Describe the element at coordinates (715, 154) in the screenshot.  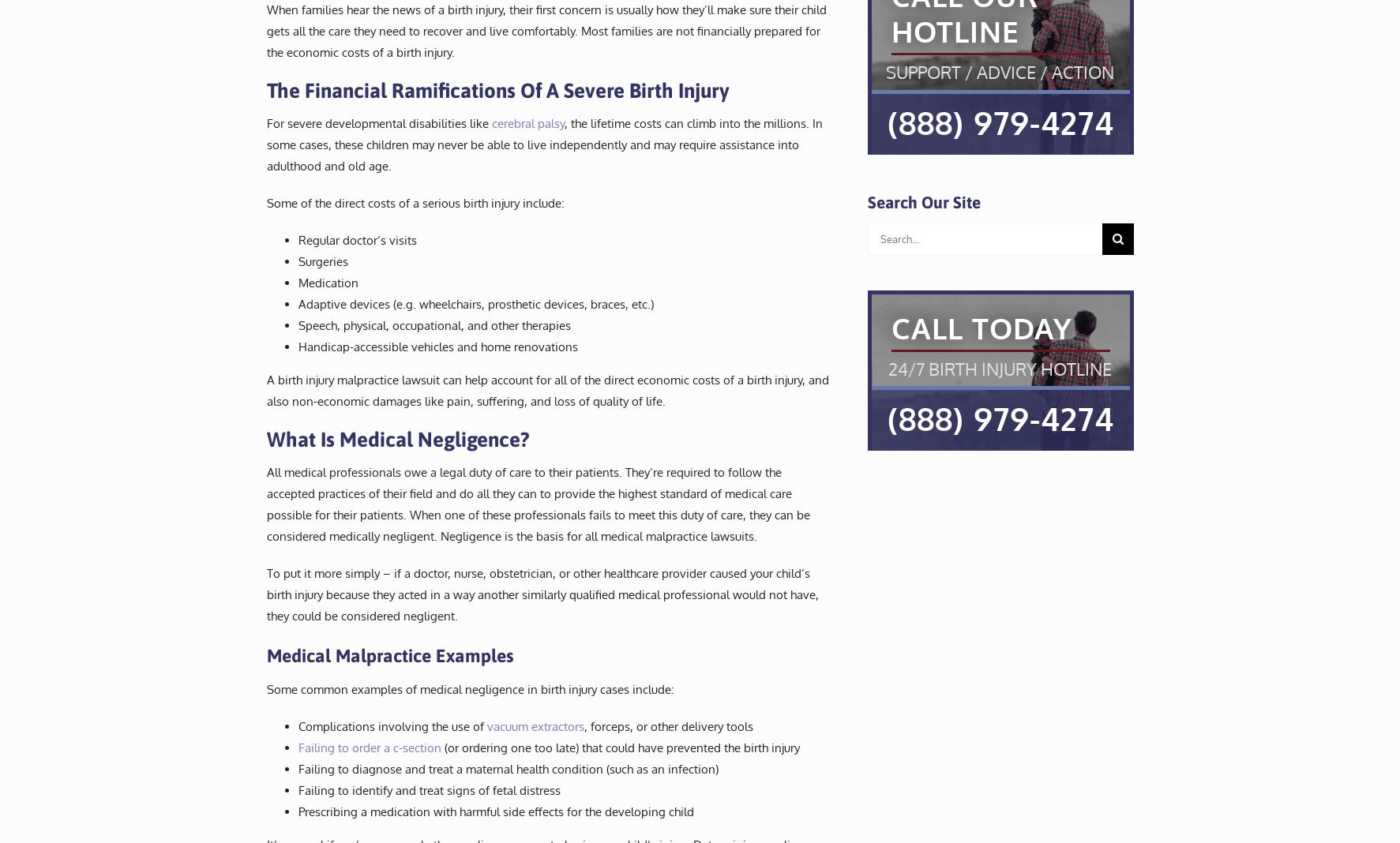
I see `'Wisconsin'` at that location.